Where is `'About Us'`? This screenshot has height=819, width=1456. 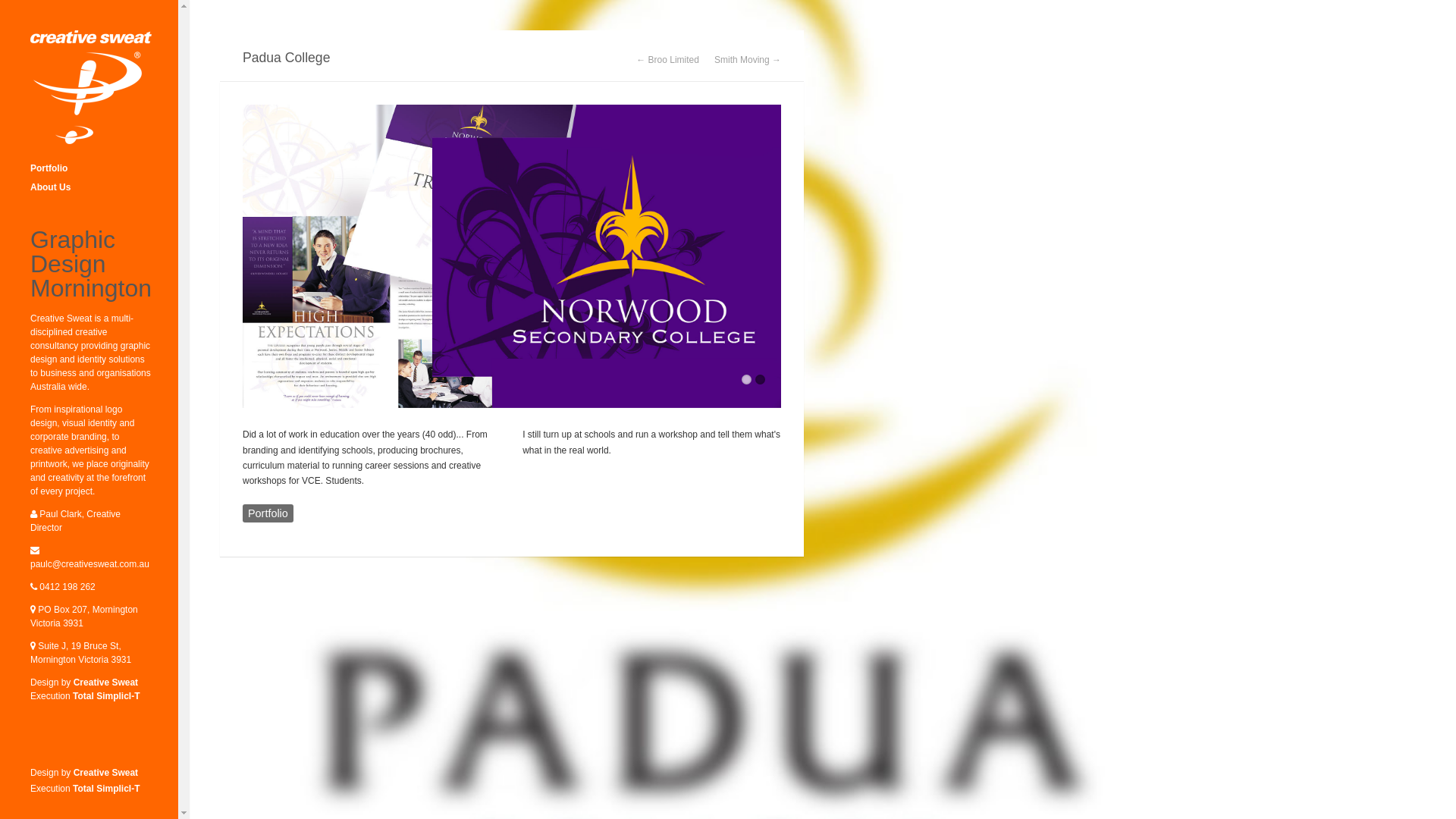 'About Us' is located at coordinates (90, 187).